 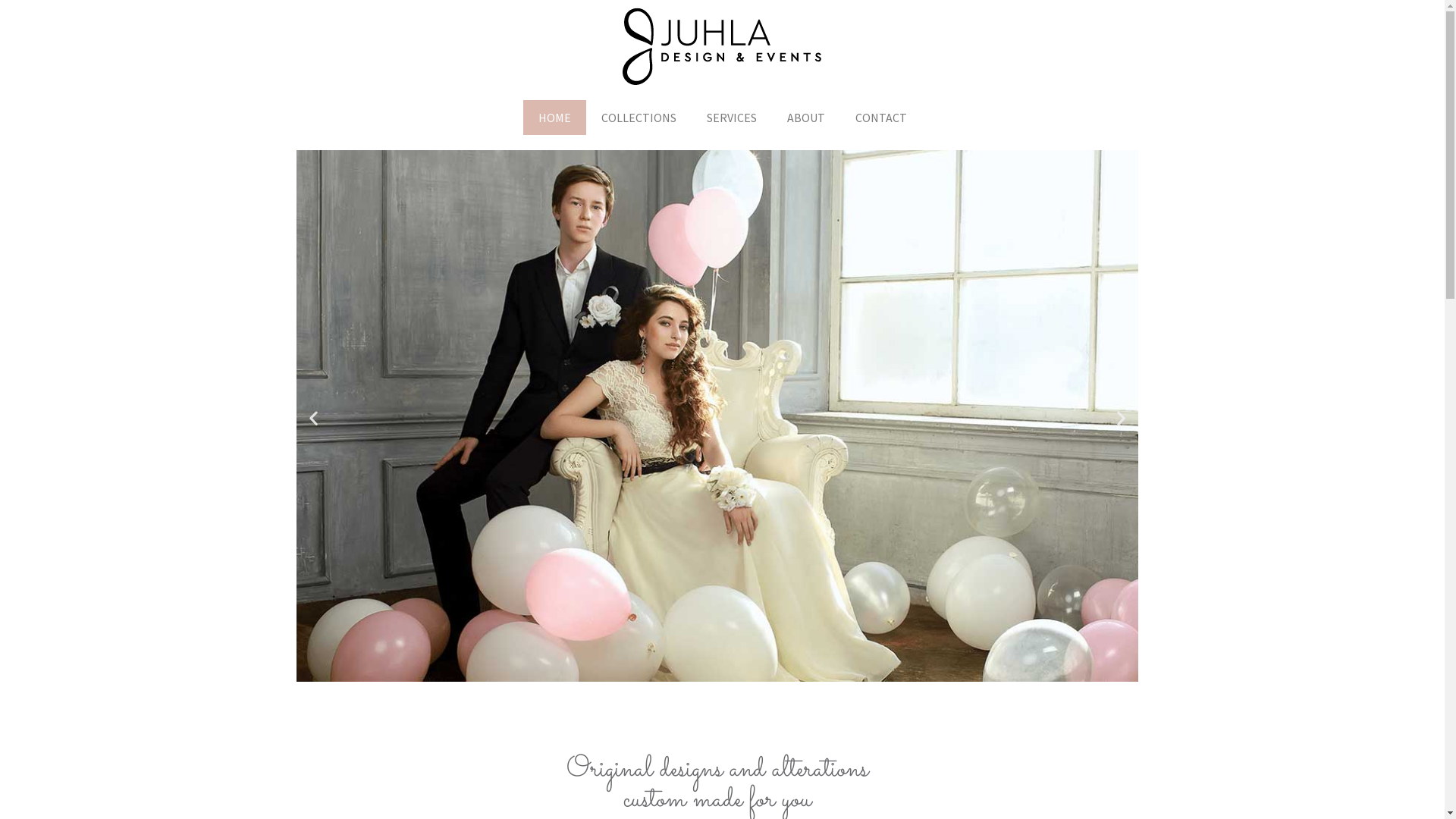 I want to click on 'COLLECTIONS', so click(x=638, y=116).